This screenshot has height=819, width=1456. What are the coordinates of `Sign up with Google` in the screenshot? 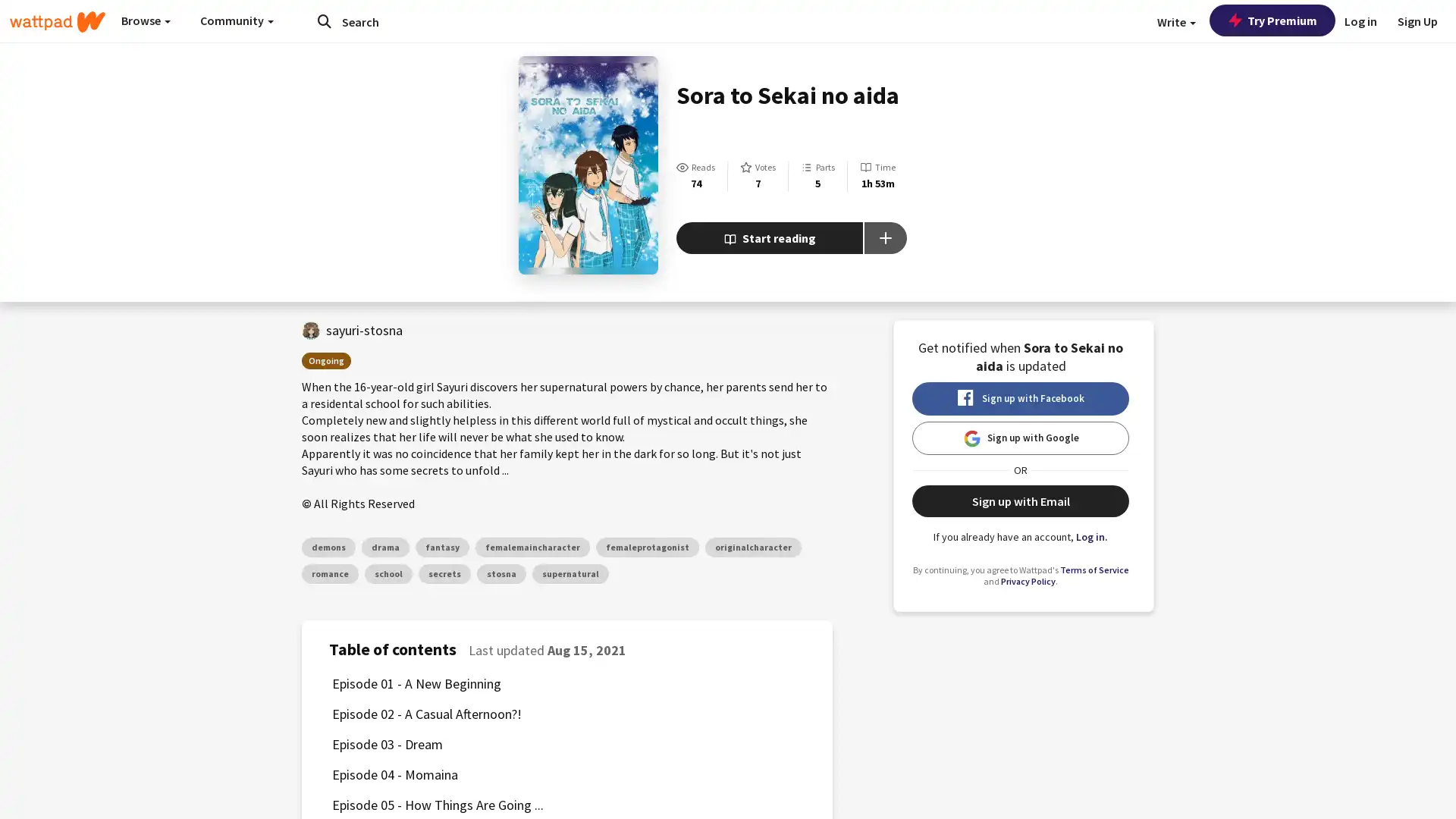 It's located at (1020, 438).